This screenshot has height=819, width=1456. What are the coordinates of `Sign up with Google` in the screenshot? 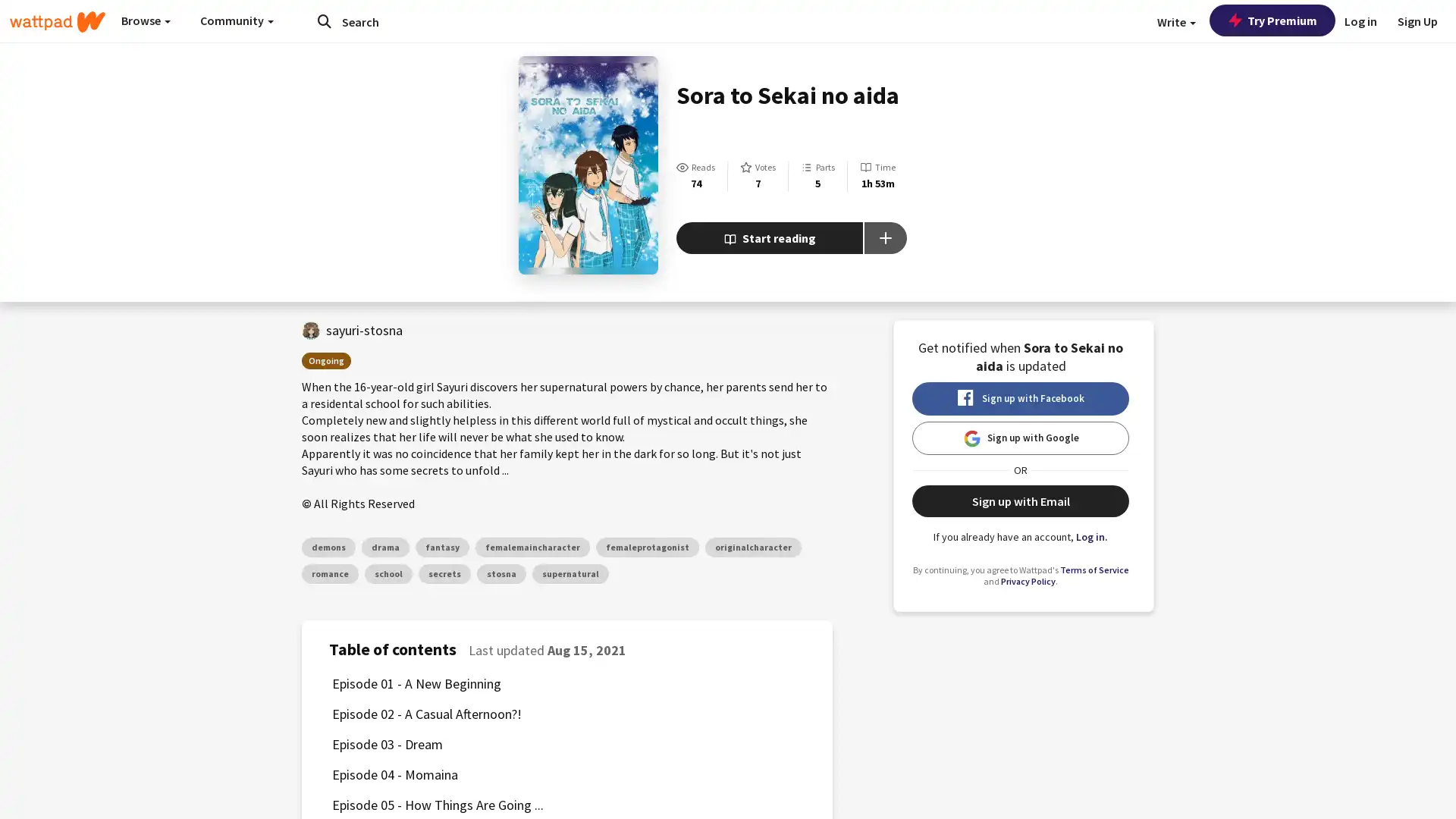 It's located at (1020, 438).